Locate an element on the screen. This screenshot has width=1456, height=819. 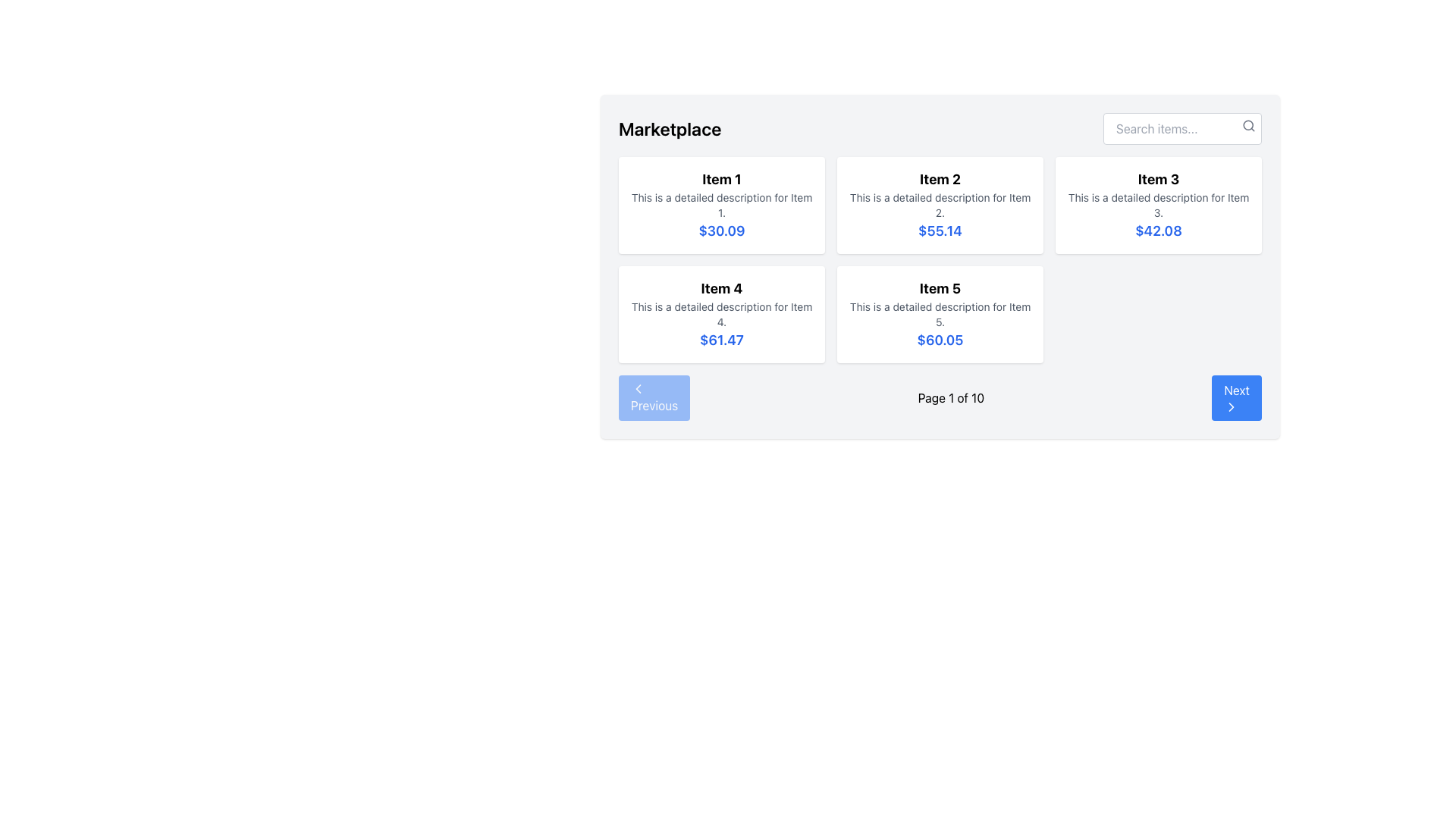
the title text element labeled 'Item 2' located at the top of a card in the marketplace UI is located at coordinates (939, 178).